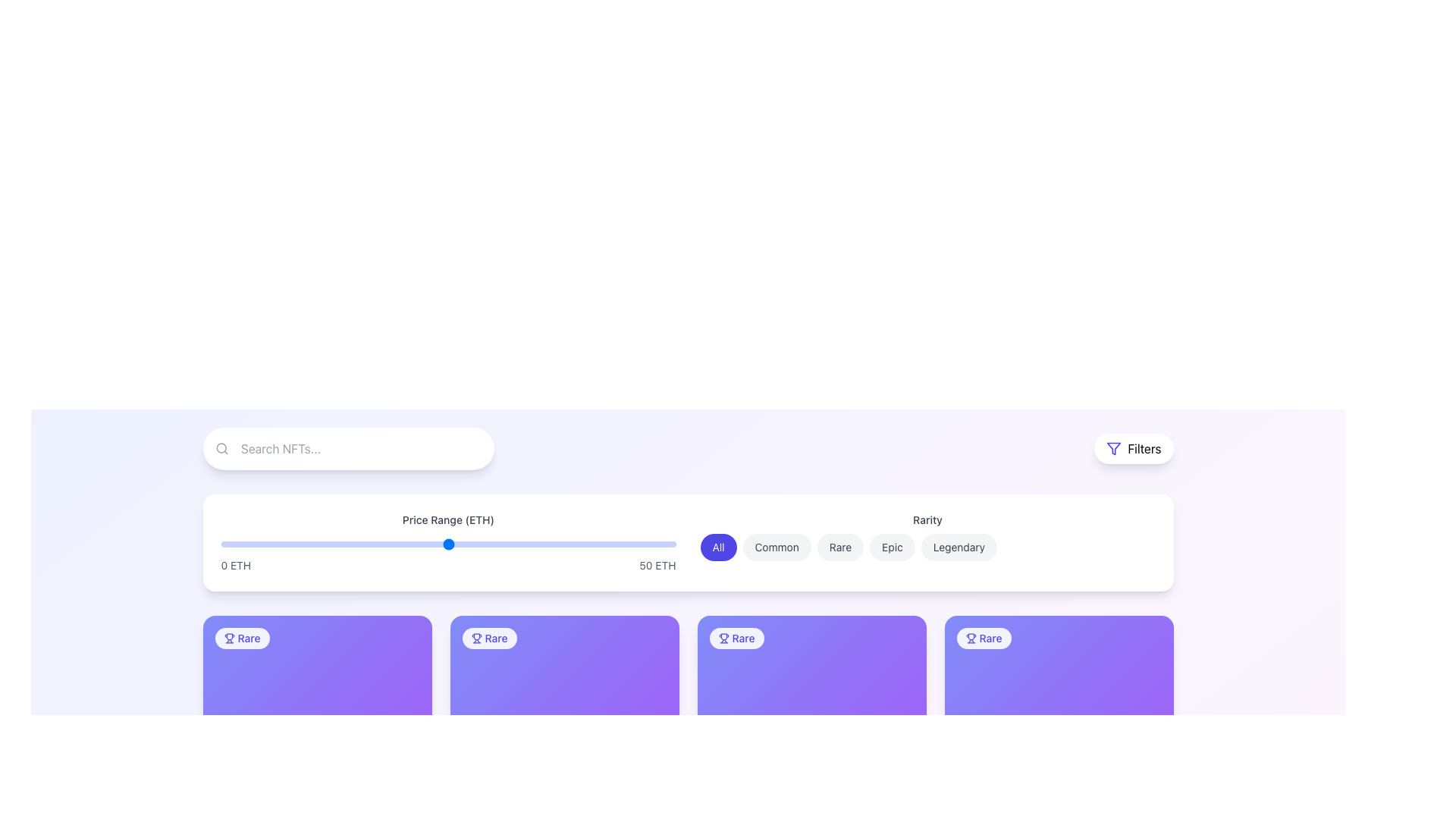  Describe the element at coordinates (1114, 447) in the screenshot. I see `the funnel icon located in the header section, adjacent to the 'Filters' text` at that location.